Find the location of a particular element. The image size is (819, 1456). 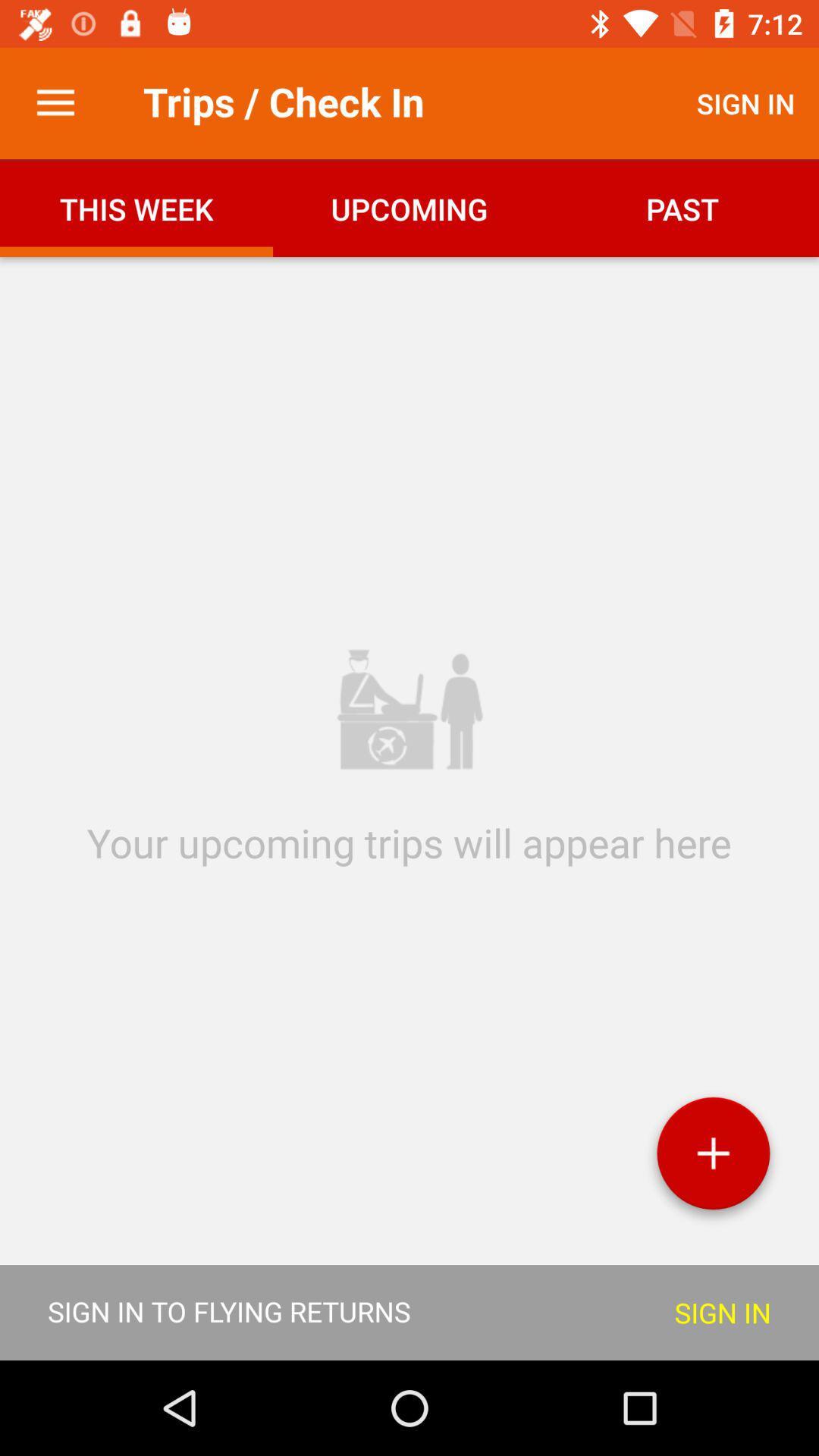

icon above sign in icon is located at coordinates (713, 1158).